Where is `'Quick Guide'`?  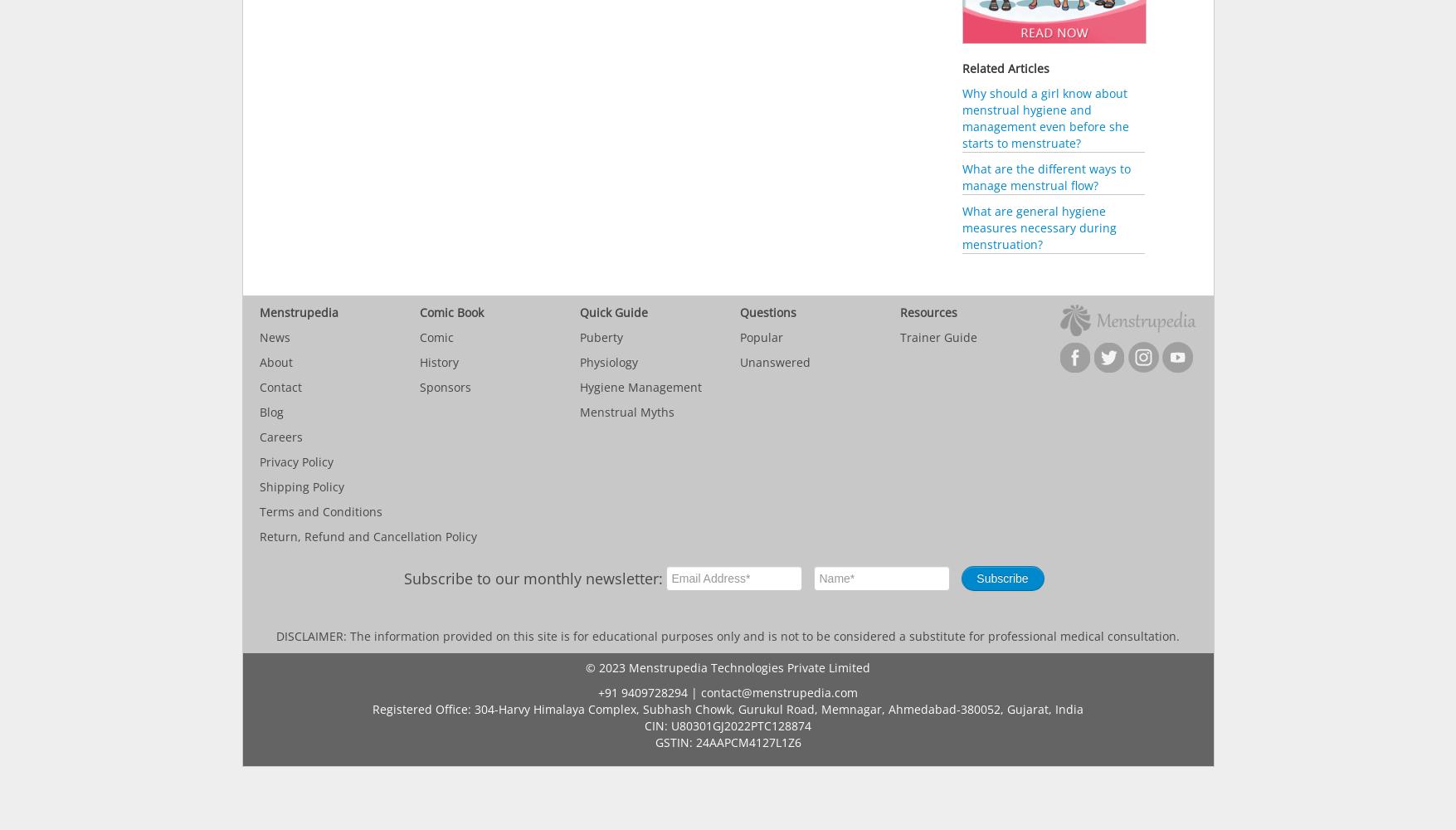 'Quick Guide' is located at coordinates (612, 312).